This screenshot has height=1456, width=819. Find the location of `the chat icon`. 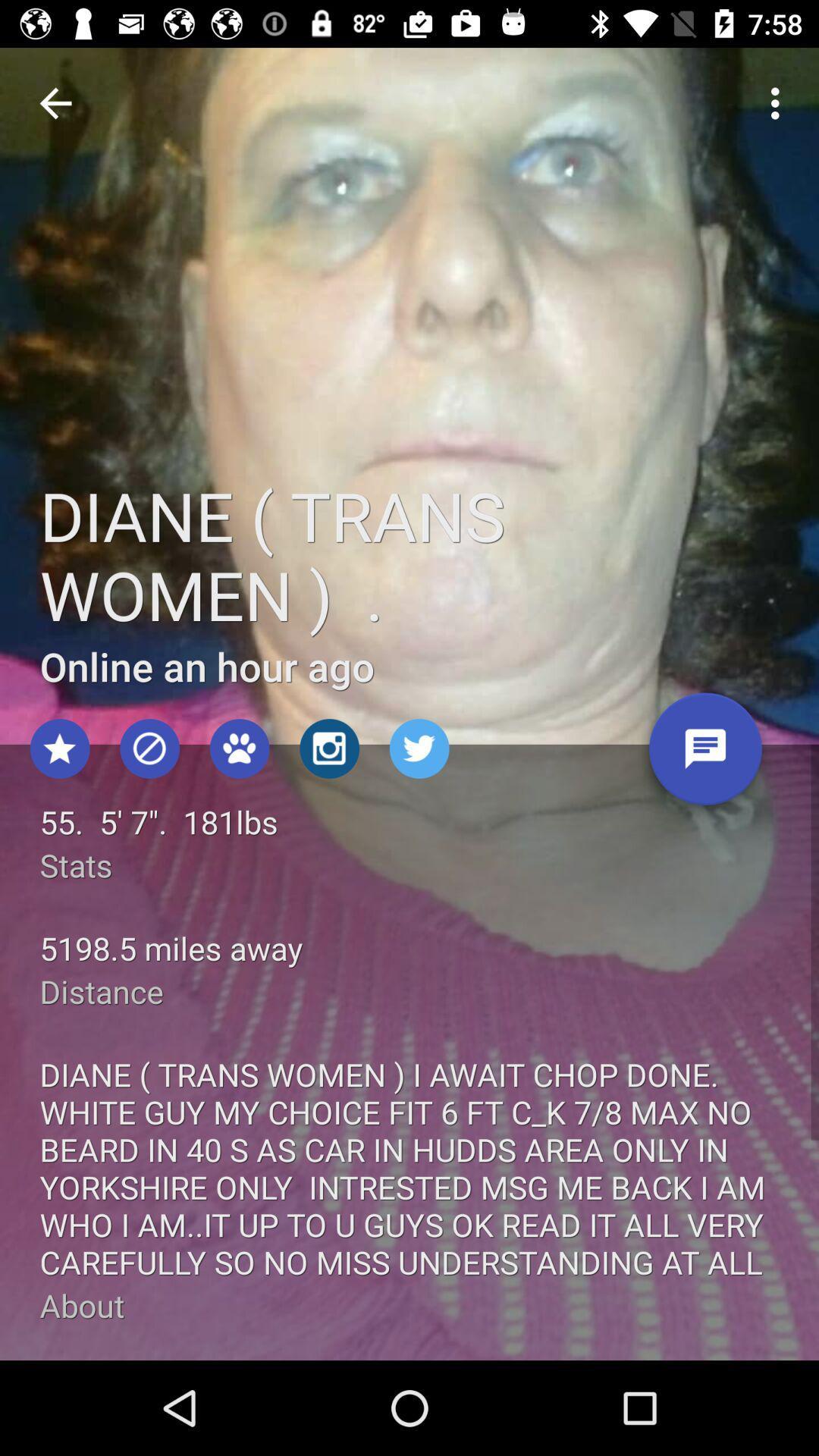

the chat icon is located at coordinates (705, 755).